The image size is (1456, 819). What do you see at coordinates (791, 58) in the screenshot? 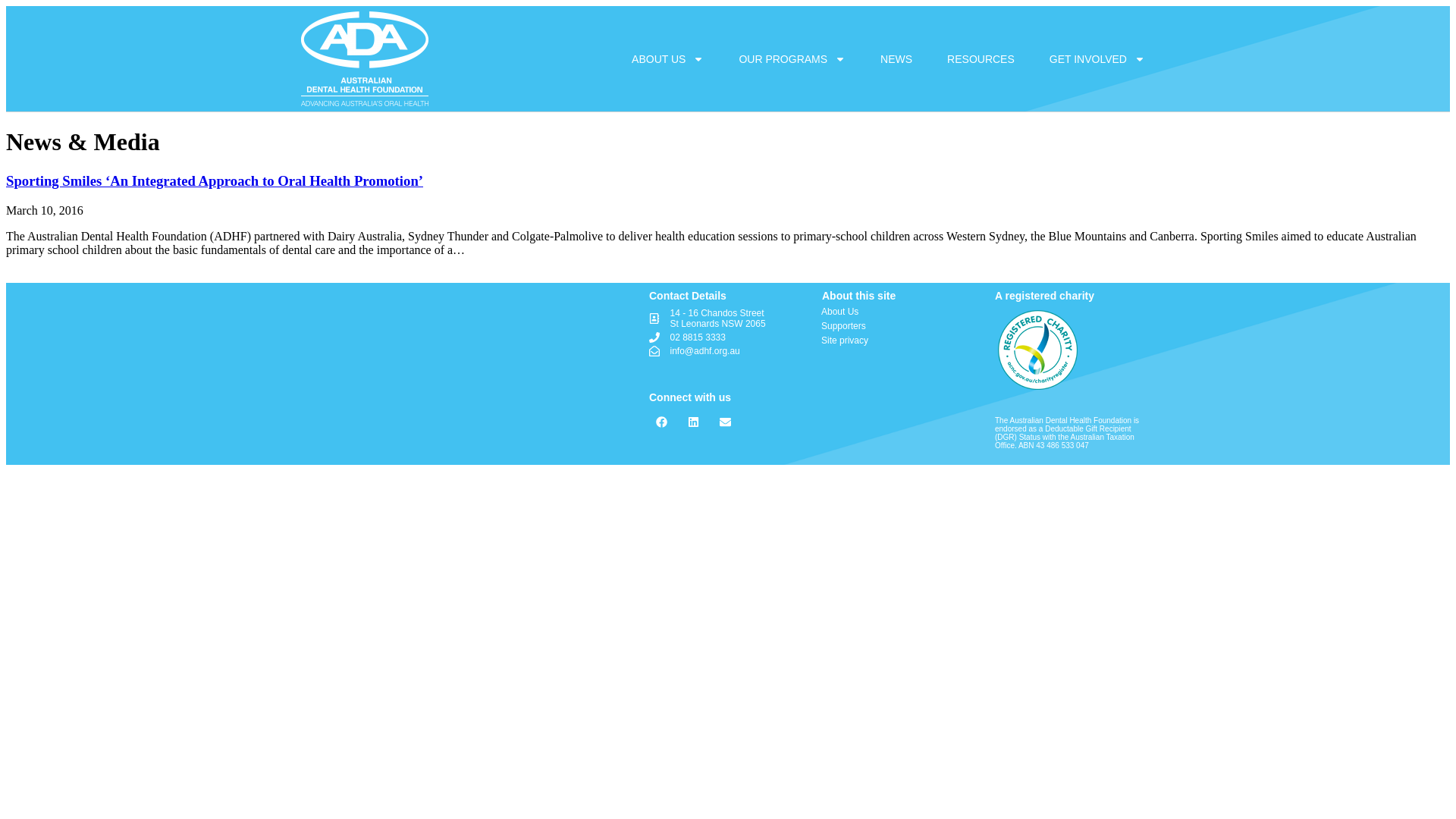
I see `'OUR PROGRAMS'` at bounding box center [791, 58].